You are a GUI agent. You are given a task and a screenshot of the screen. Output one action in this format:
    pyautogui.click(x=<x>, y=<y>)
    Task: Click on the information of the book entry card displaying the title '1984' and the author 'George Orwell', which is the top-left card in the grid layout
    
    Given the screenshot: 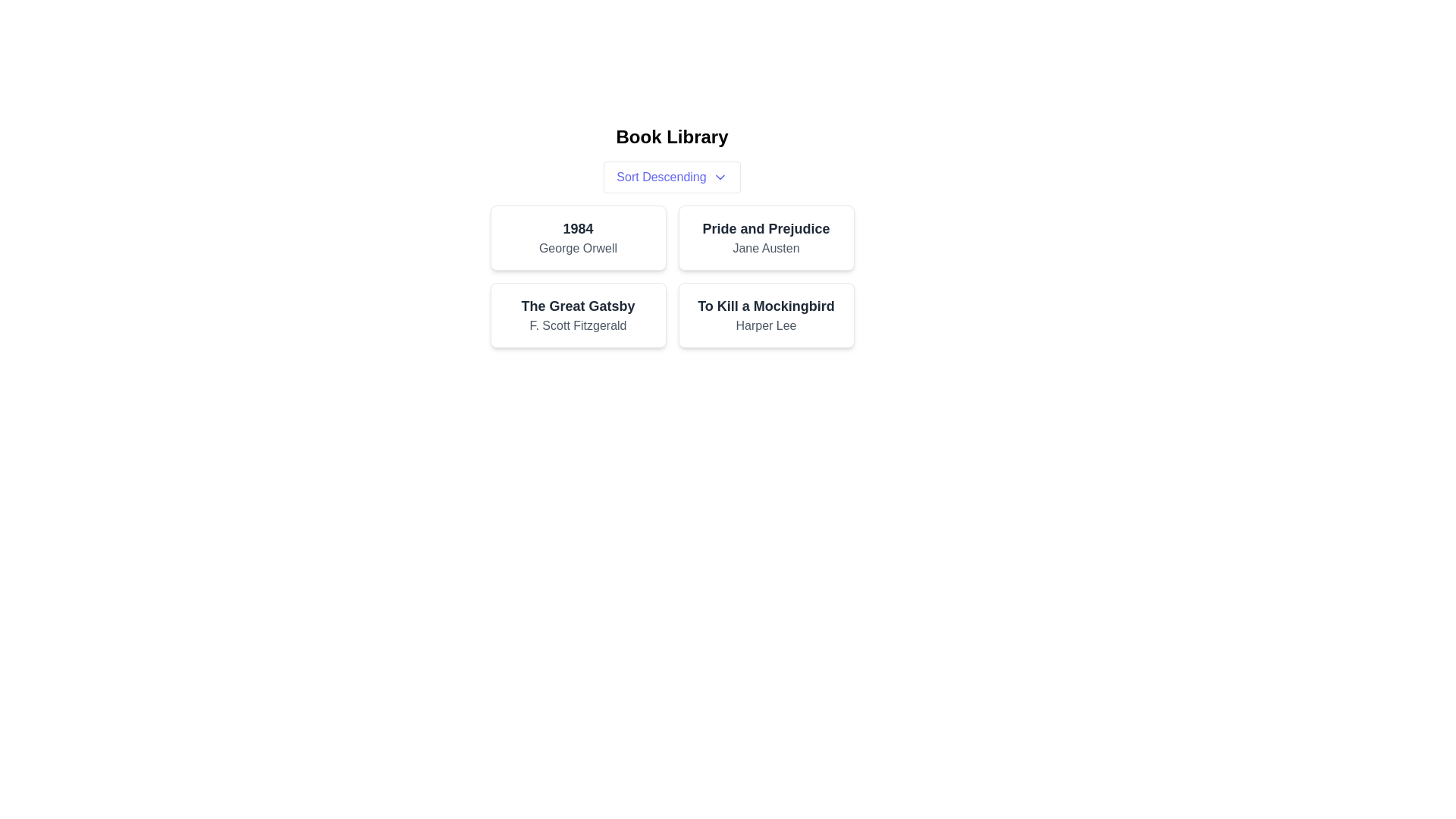 What is the action you would take?
    pyautogui.click(x=577, y=237)
    